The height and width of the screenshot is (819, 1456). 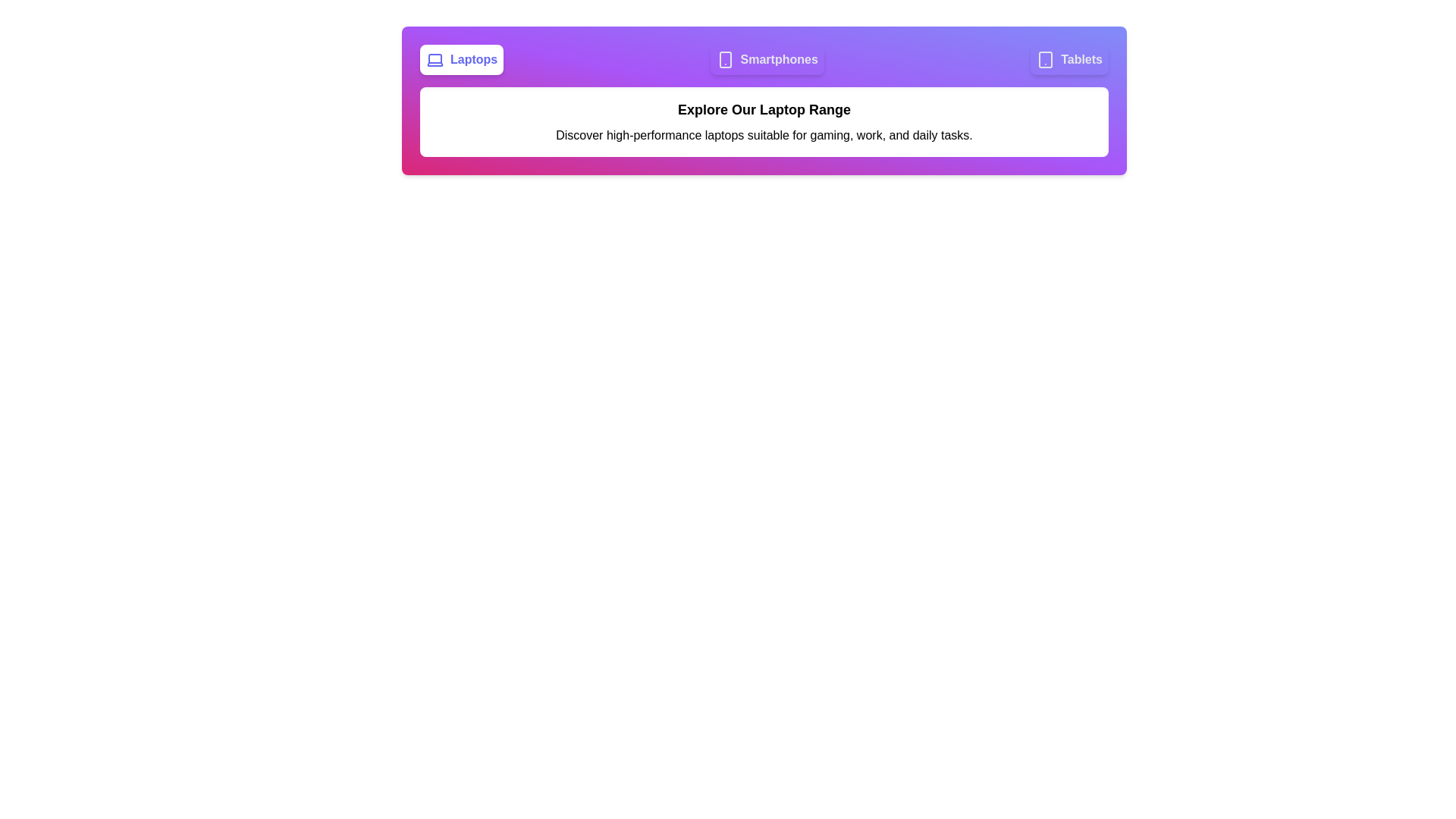 I want to click on the tab labeled 'Laptops' to observe its hover effect, so click(x=461, y=58).